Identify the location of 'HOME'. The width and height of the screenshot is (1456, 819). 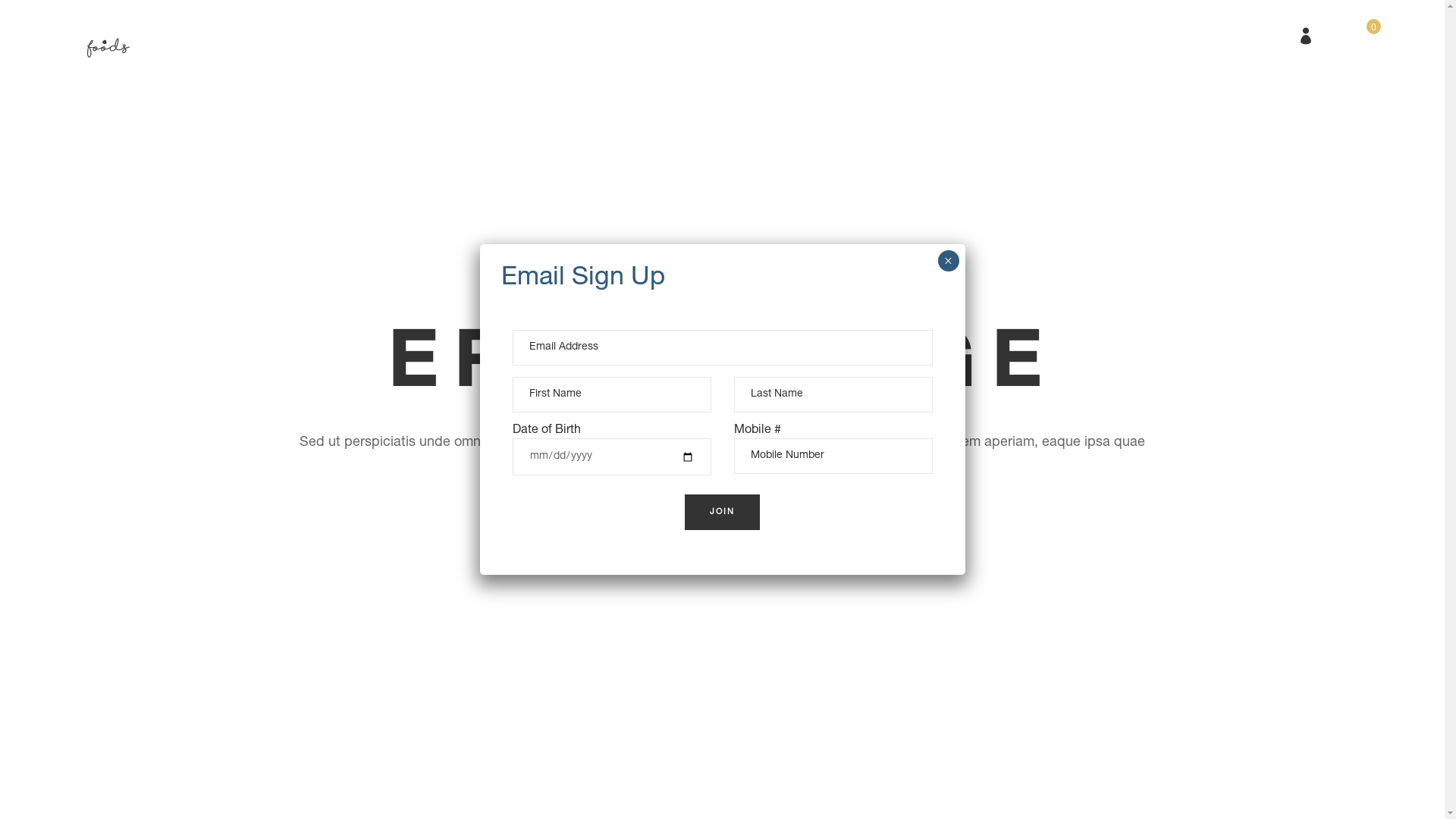
(442, 34).